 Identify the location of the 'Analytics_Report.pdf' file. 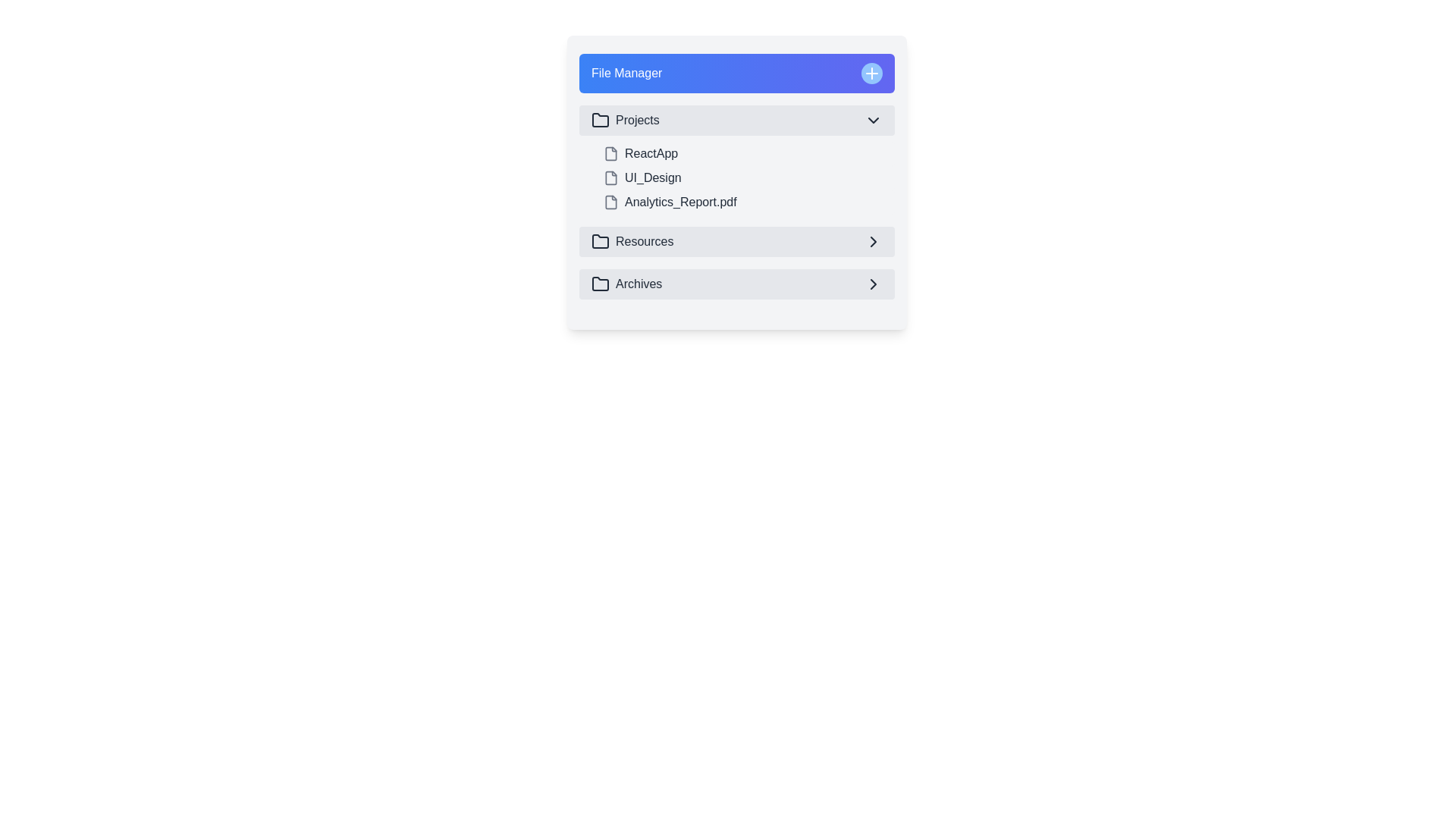
(745, 201).